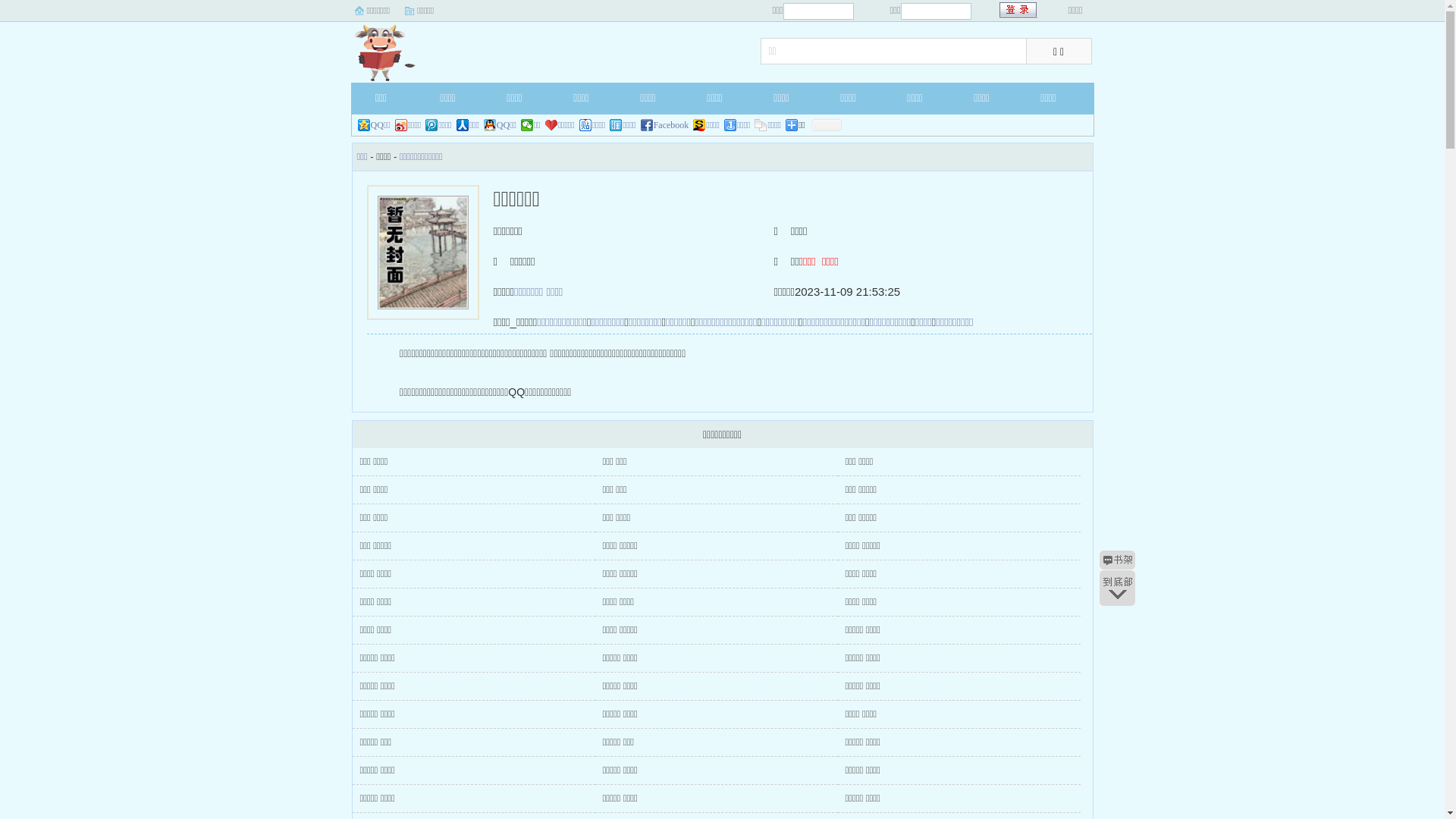 Image resolution: width=1456 pixels, height=819 pixels. Describe the element at coordinates (665, 124) in the screenshot. I see `'Facebook'` at that location.